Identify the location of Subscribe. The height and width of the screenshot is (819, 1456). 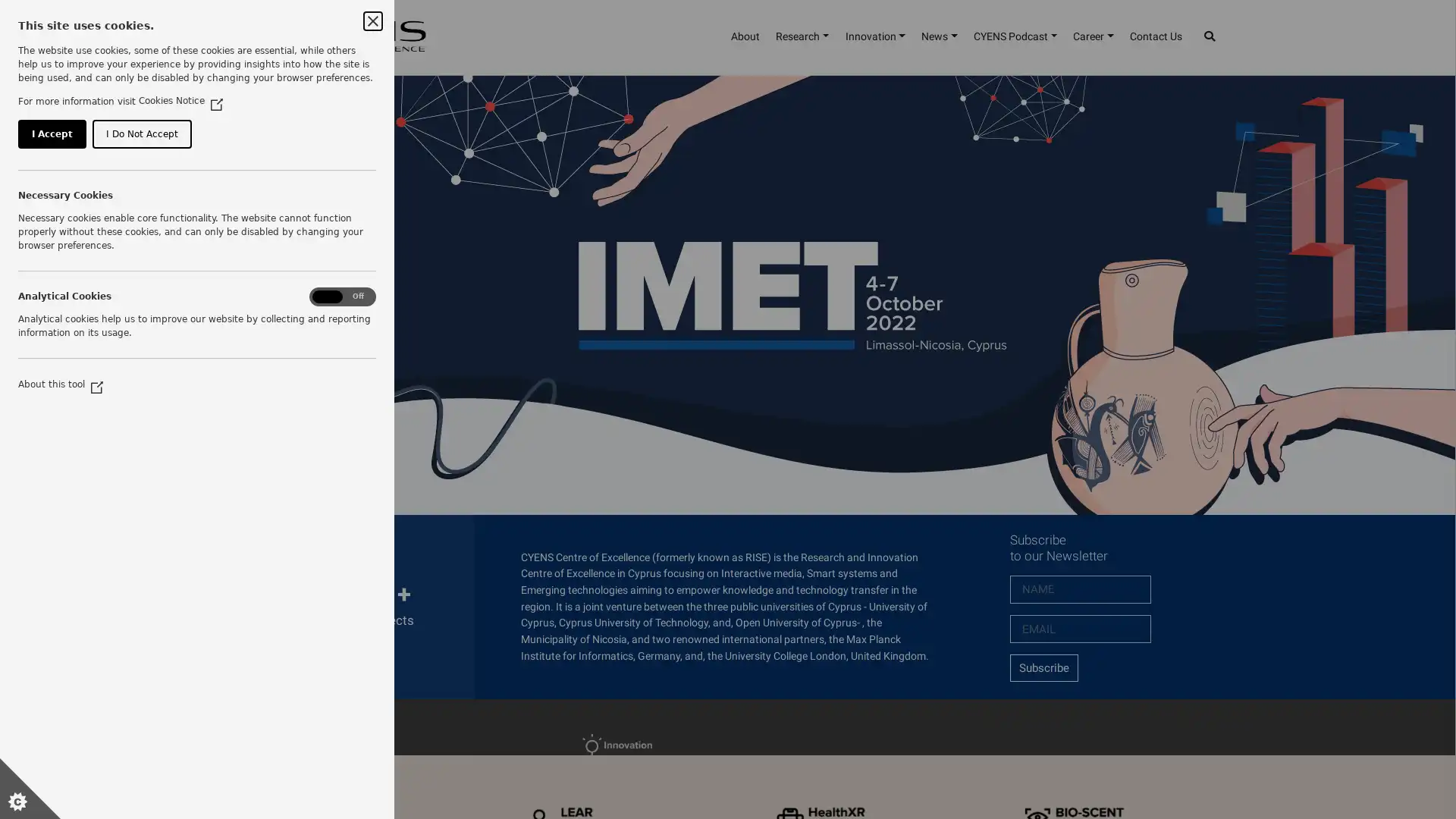
(1043, 667).